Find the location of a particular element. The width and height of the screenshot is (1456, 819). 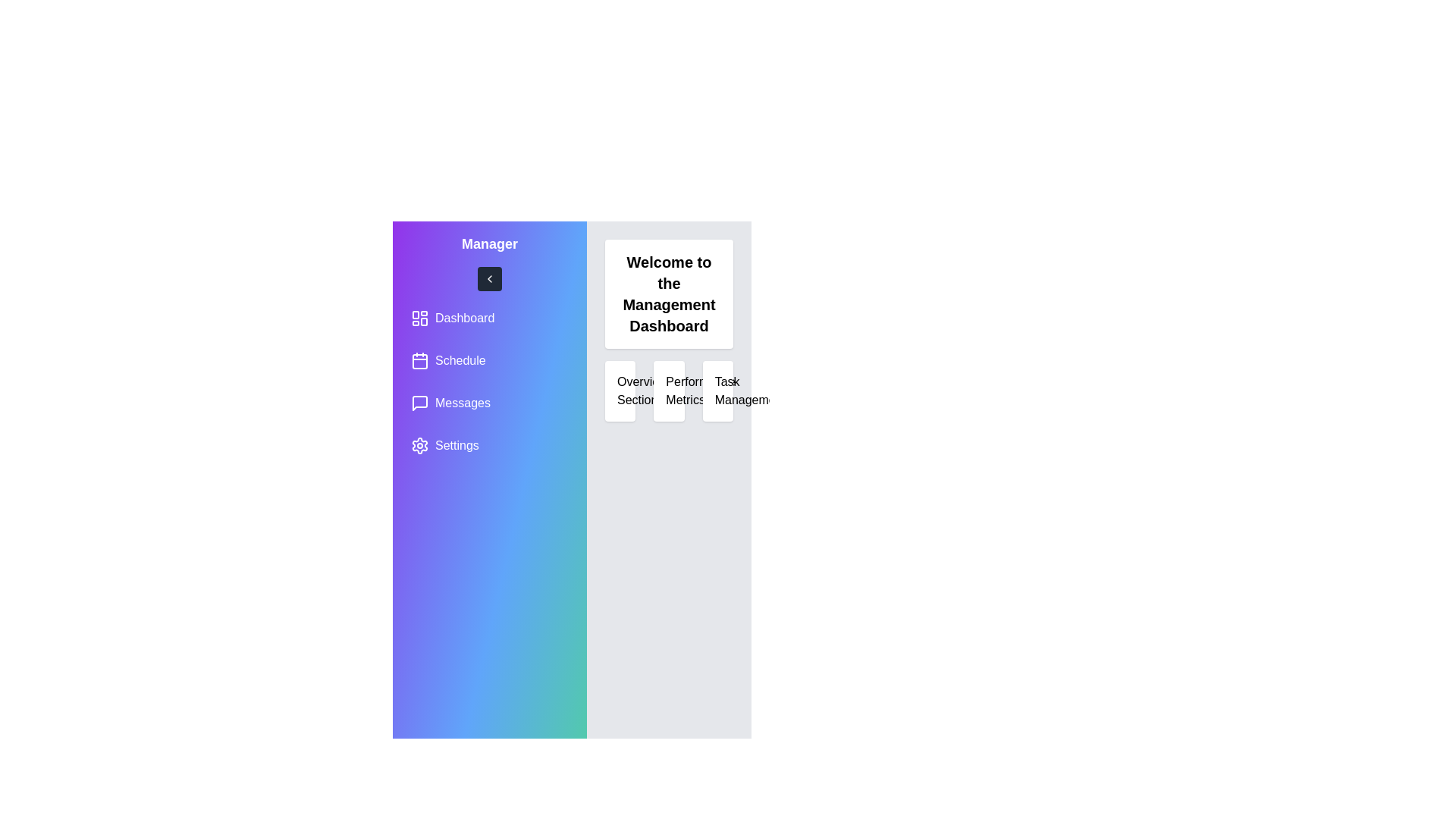

the Informational Card displaying 'Performance Metrics', which is the second card in a horizontal sequence of three cards in the middle-right section of the interface is located at coordinates (668, 391).